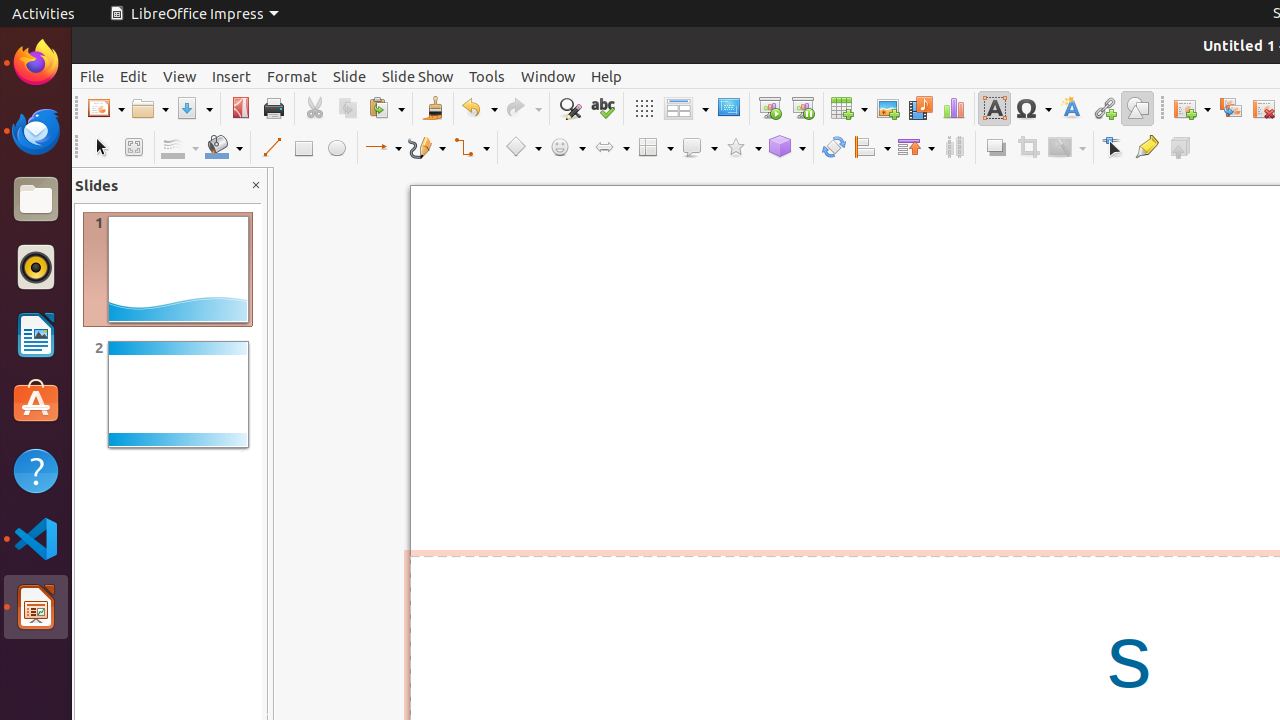 Image resolution: width=1280 pixels, height=720 pixels. What do you see at coordinates (654, 146) in the screenshot?
I see `'Flowchart Shapes'` at bounding box center [654, 146].